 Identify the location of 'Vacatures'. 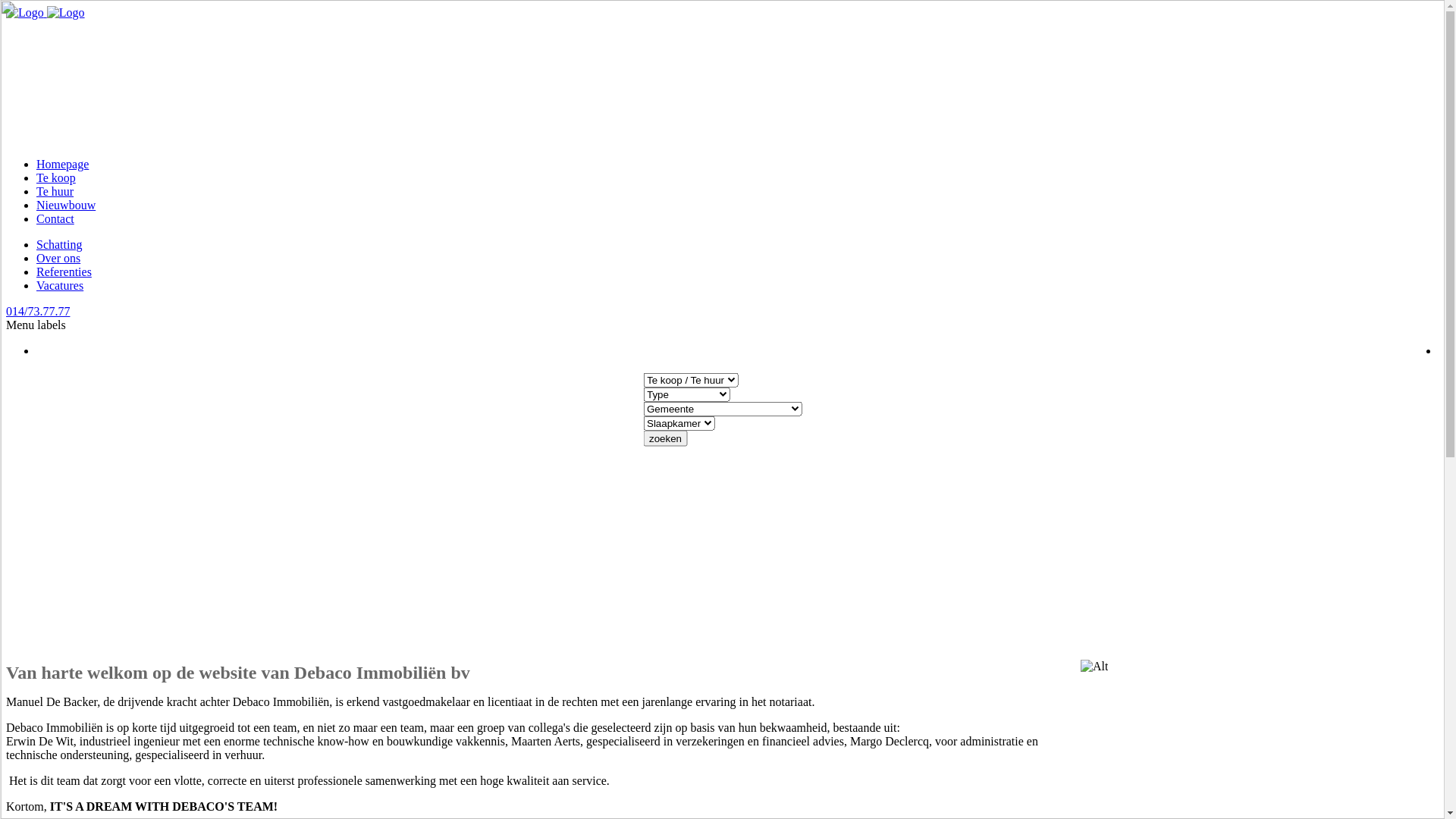
(59, 285).